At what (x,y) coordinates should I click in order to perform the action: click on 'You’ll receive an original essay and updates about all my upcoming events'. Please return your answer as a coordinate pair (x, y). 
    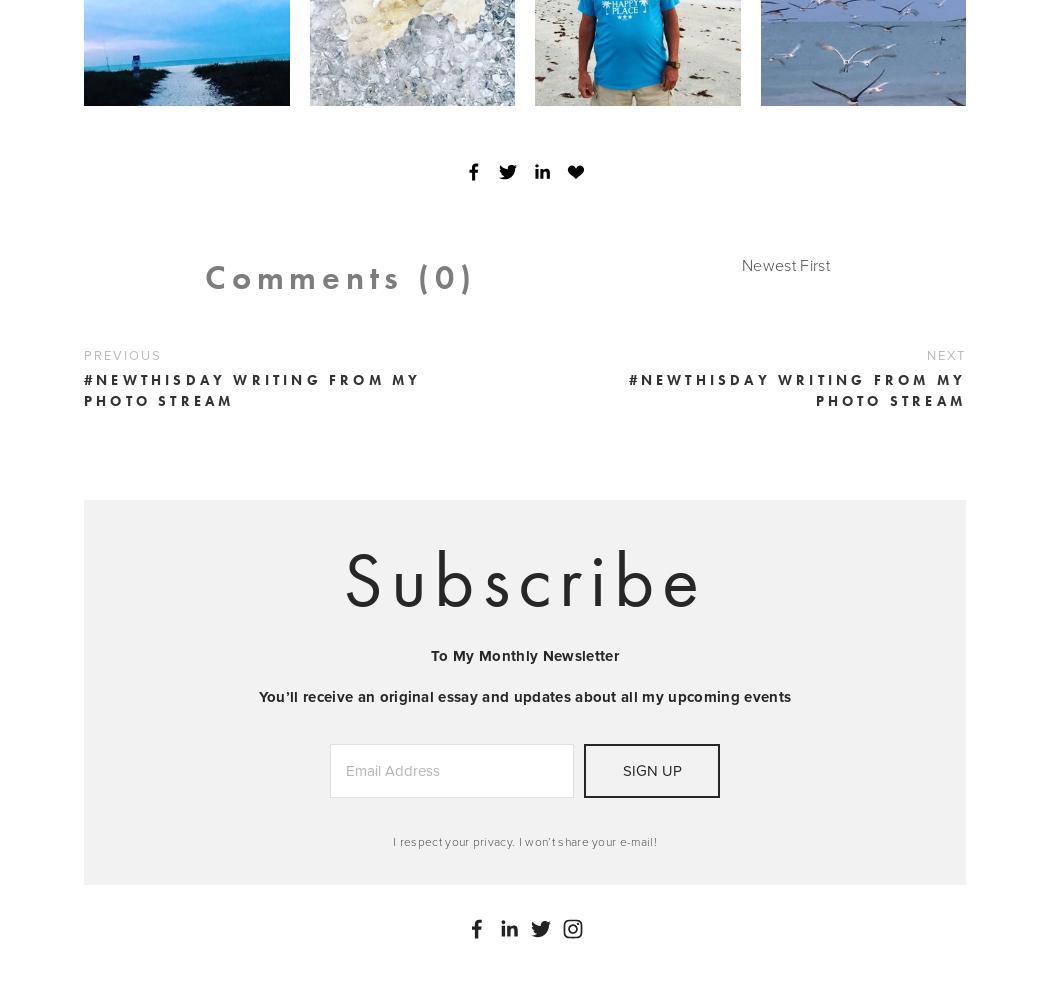
    Looking at the image, I should click on (523, 696).